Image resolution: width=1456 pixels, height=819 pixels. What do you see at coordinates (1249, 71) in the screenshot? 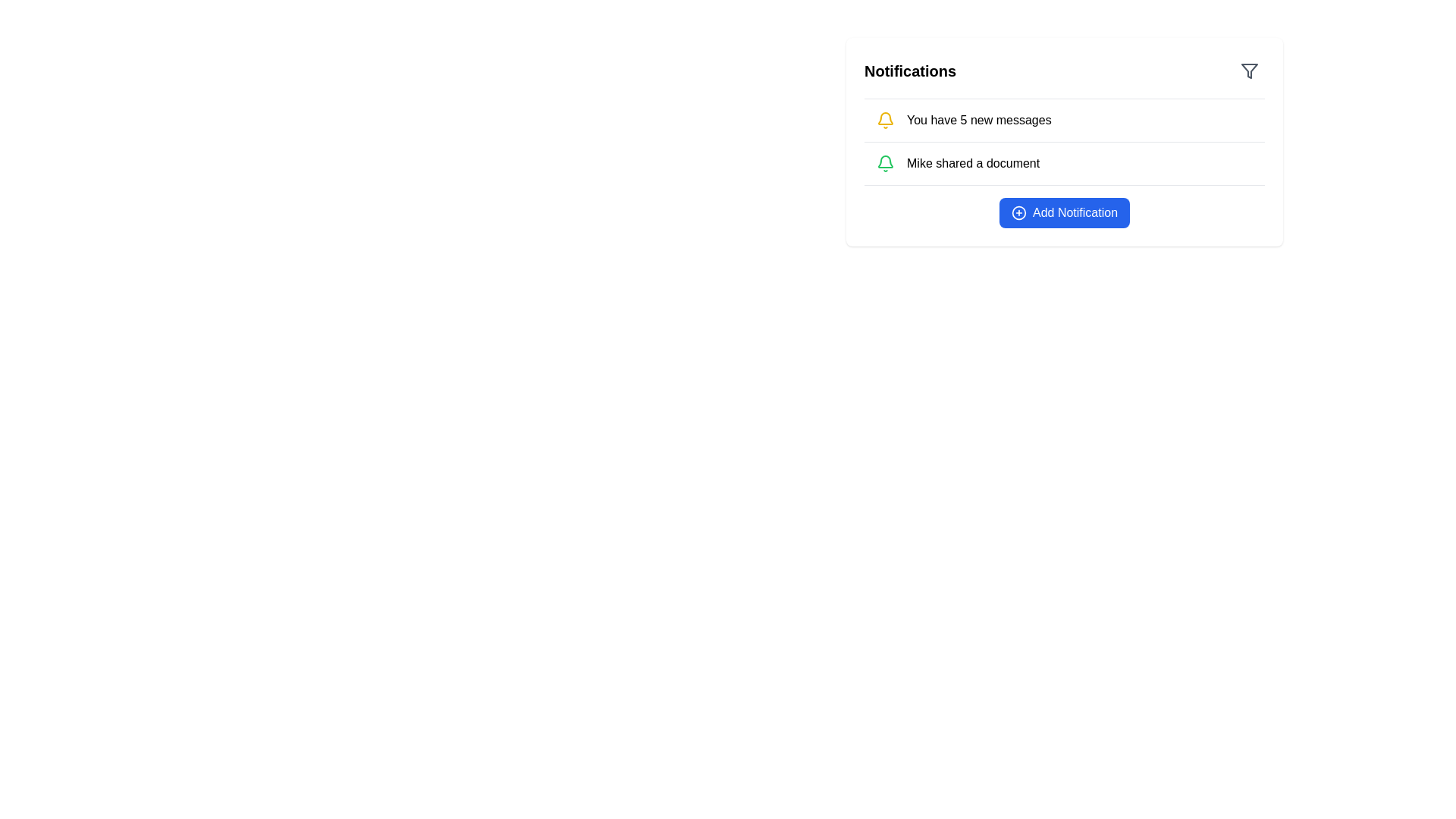
I see `the filter icon button located at the upper-right corner of the 'Notifications' section` at bounding box center [1249, 71].